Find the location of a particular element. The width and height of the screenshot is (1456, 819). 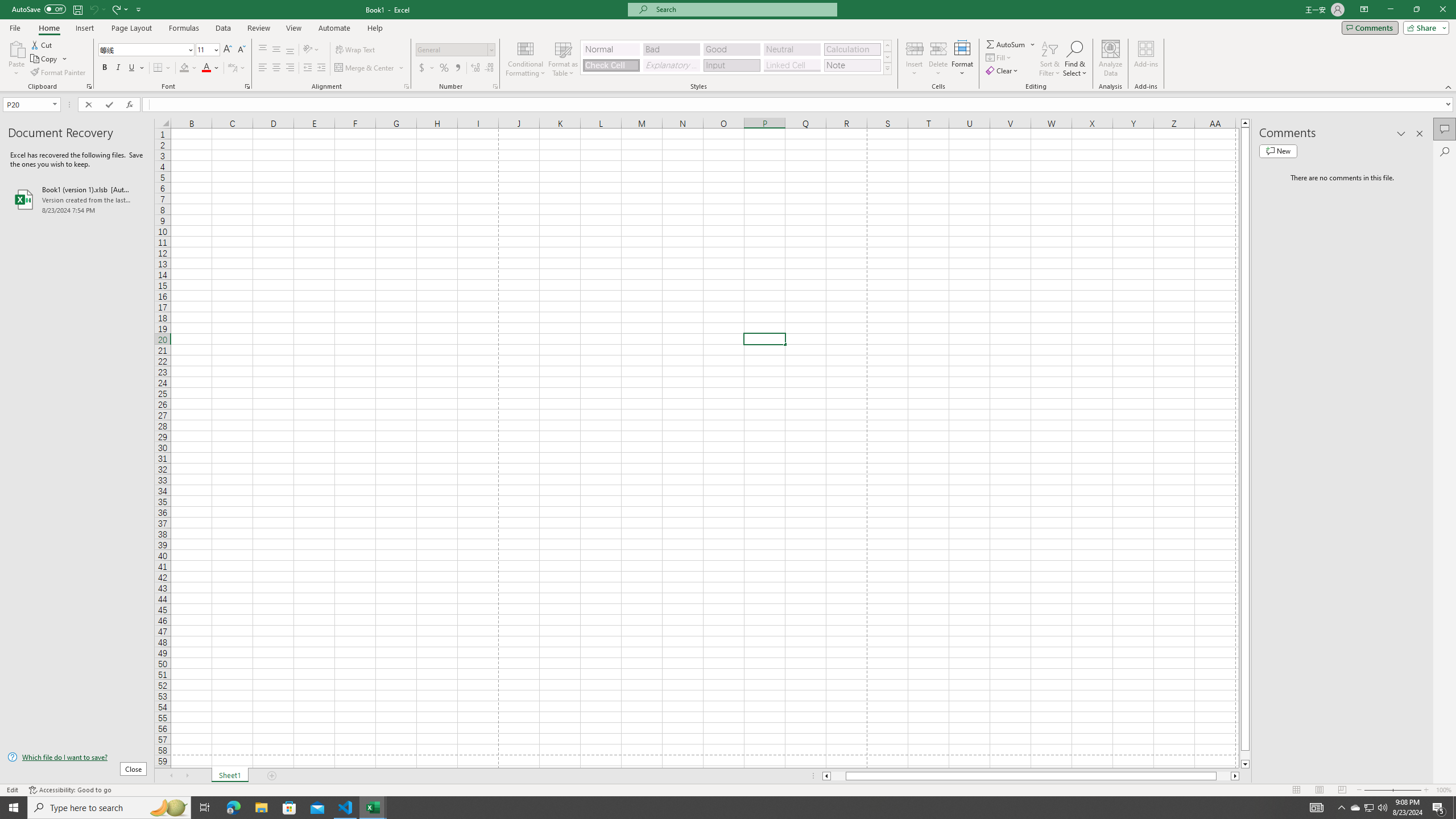

'Copy' is located at coordinates (44, 59).